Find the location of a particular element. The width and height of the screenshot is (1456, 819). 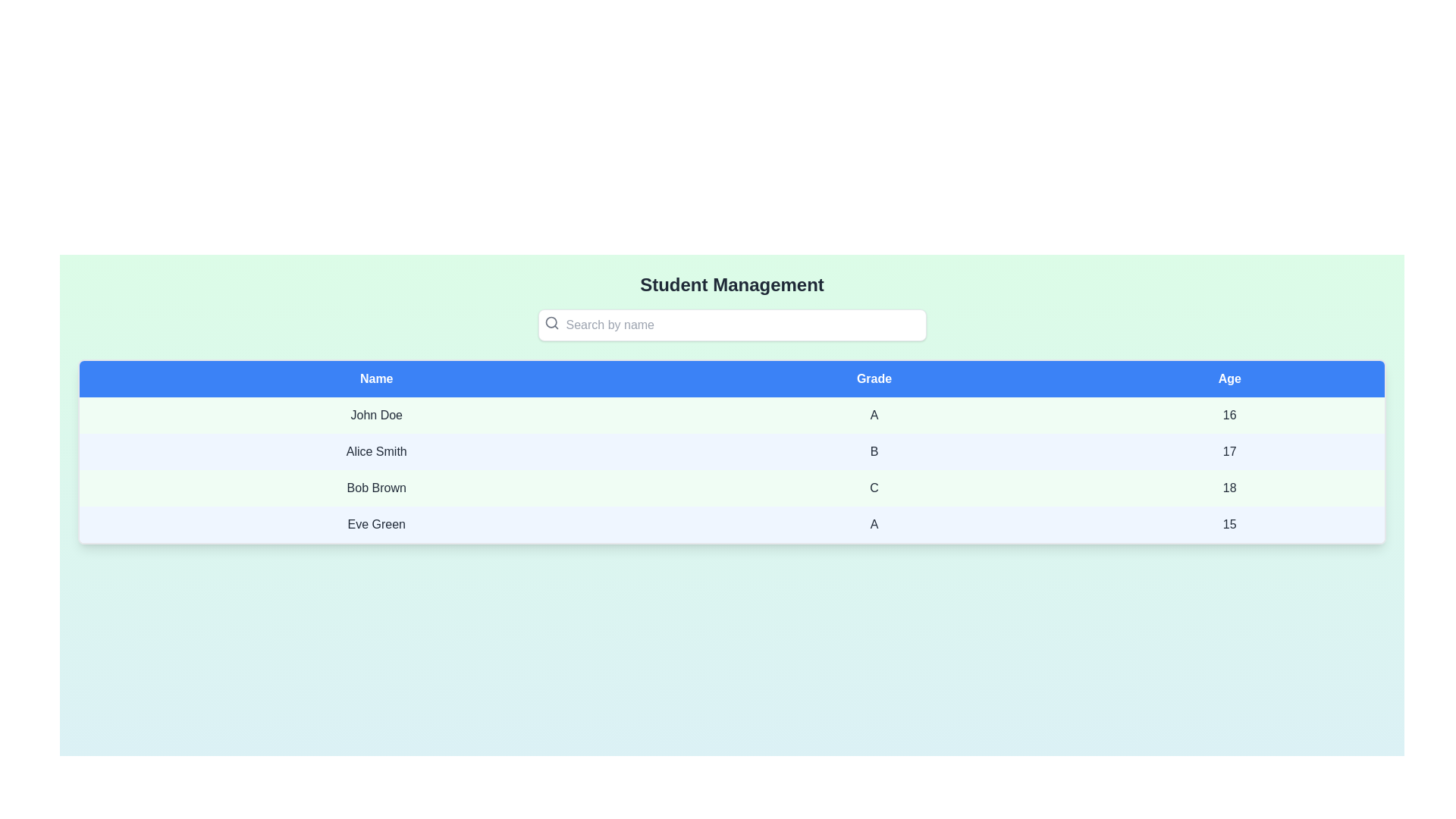

the 'Grade' value for the student 'John Doe' located in the second row of the table under the 'Grade' column is located at coordinates (874, 415).